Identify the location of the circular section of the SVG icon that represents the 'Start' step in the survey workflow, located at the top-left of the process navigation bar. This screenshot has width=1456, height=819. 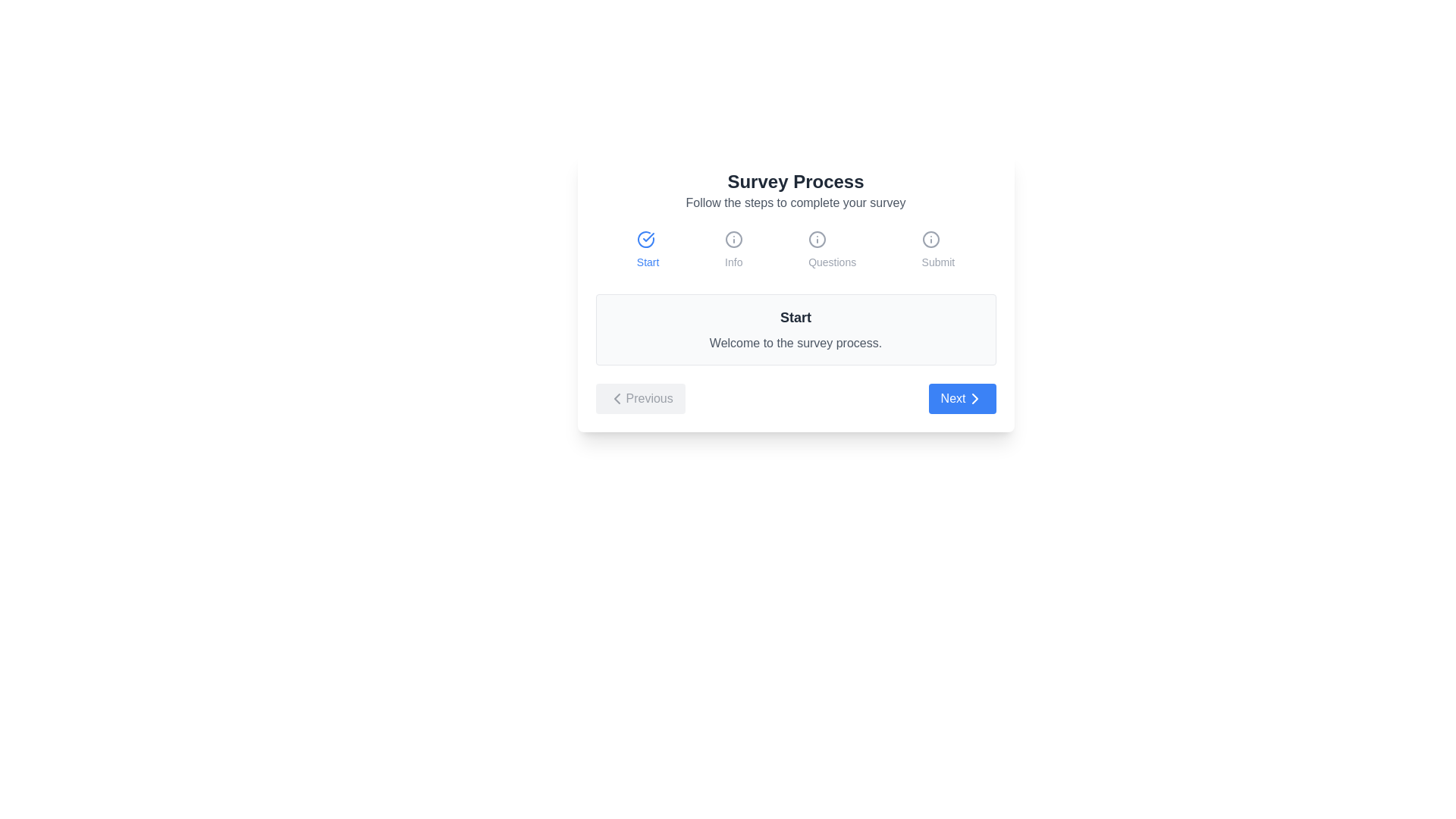
(645, 239).